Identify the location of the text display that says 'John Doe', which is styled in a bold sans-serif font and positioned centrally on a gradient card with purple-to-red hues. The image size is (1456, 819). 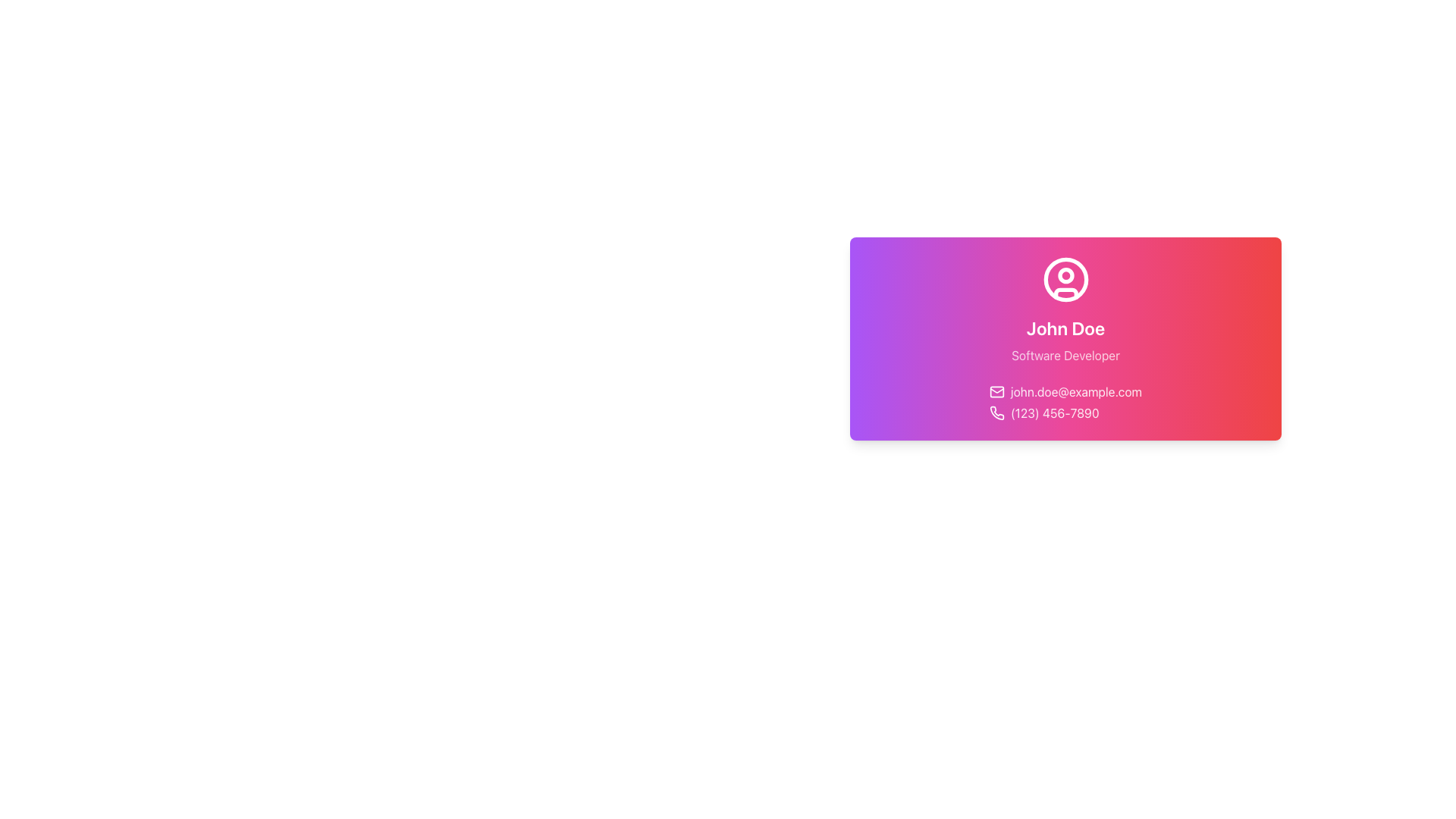
(1065, 327).